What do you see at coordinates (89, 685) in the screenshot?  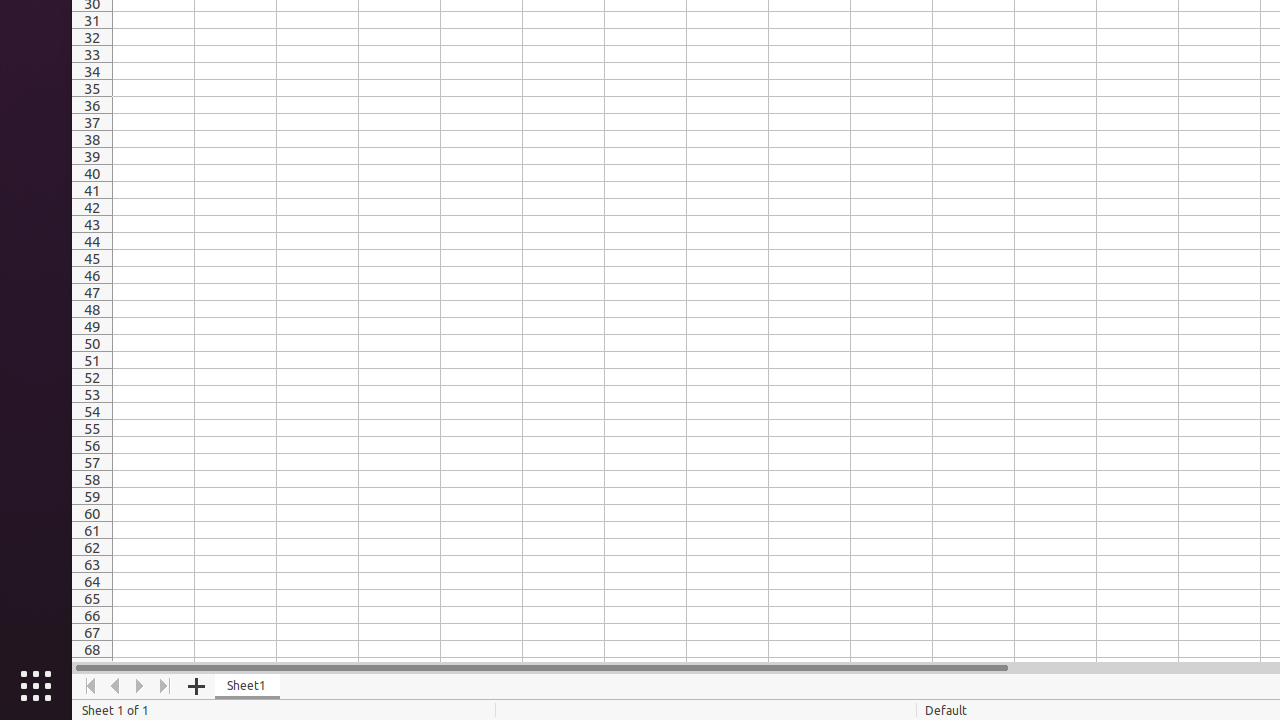 I see `'Move To Home'` at bounding box center [89, 685].